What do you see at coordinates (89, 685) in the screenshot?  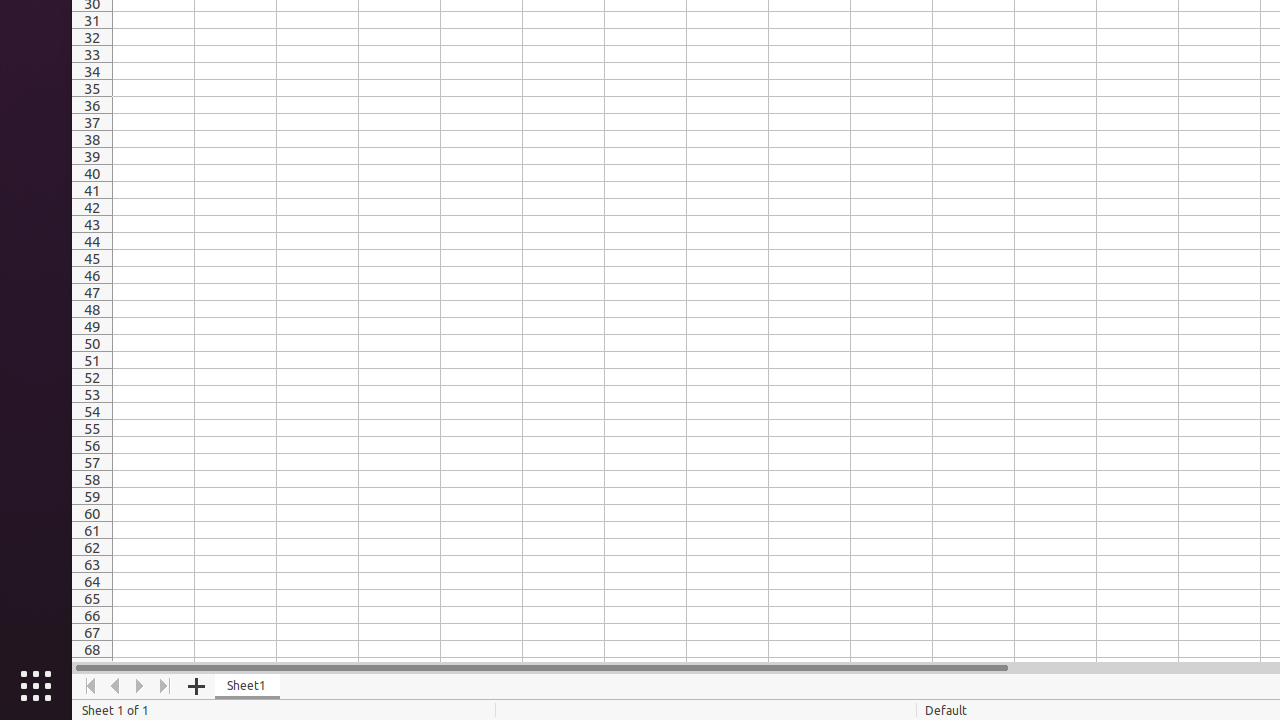 I see `'Move To Home'` at bounding box center [89, 685].